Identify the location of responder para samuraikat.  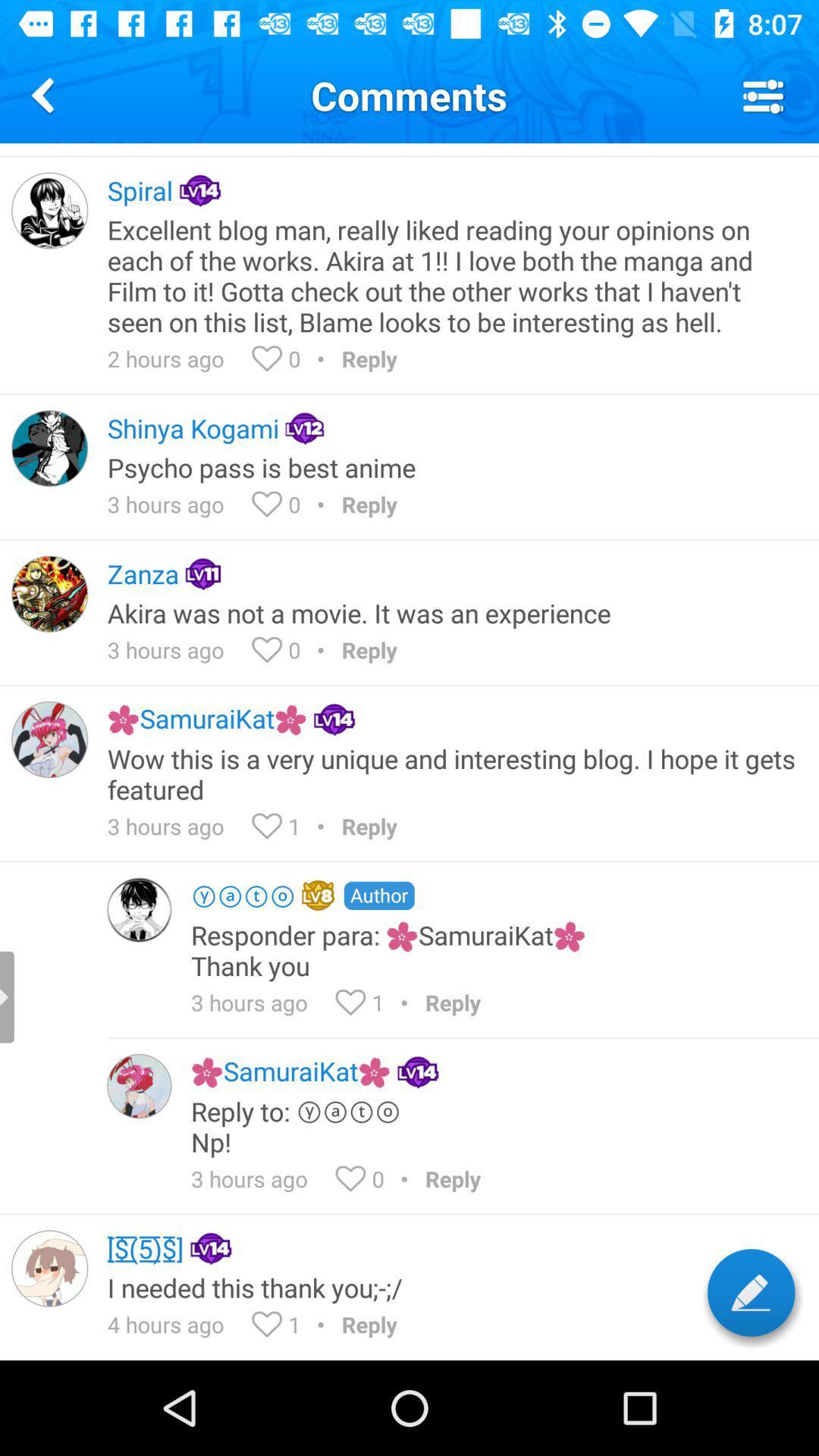
(494, 949).